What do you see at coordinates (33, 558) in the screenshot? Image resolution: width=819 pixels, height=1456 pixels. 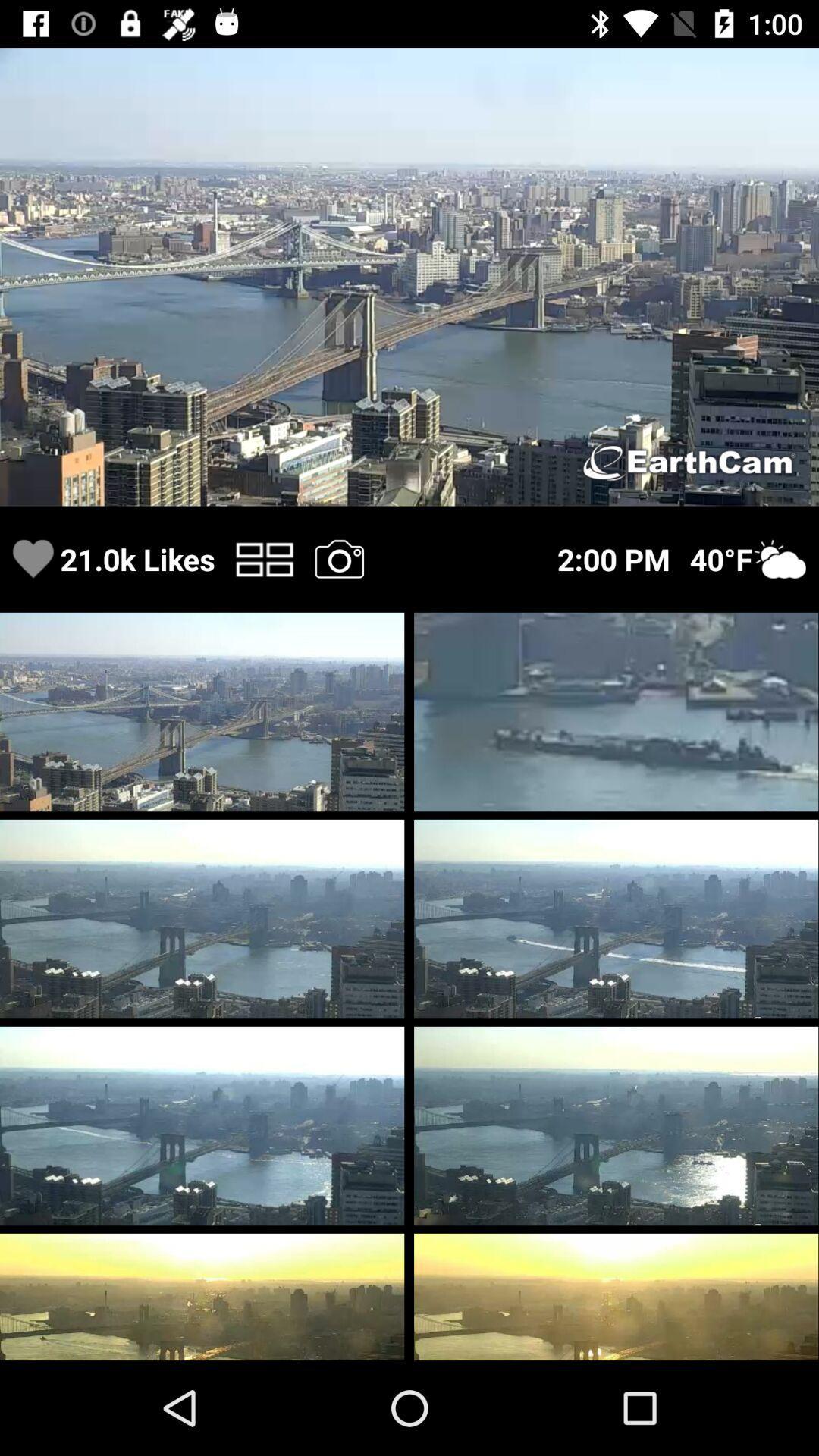 I see `like the page` at bounding box center [33, 558].